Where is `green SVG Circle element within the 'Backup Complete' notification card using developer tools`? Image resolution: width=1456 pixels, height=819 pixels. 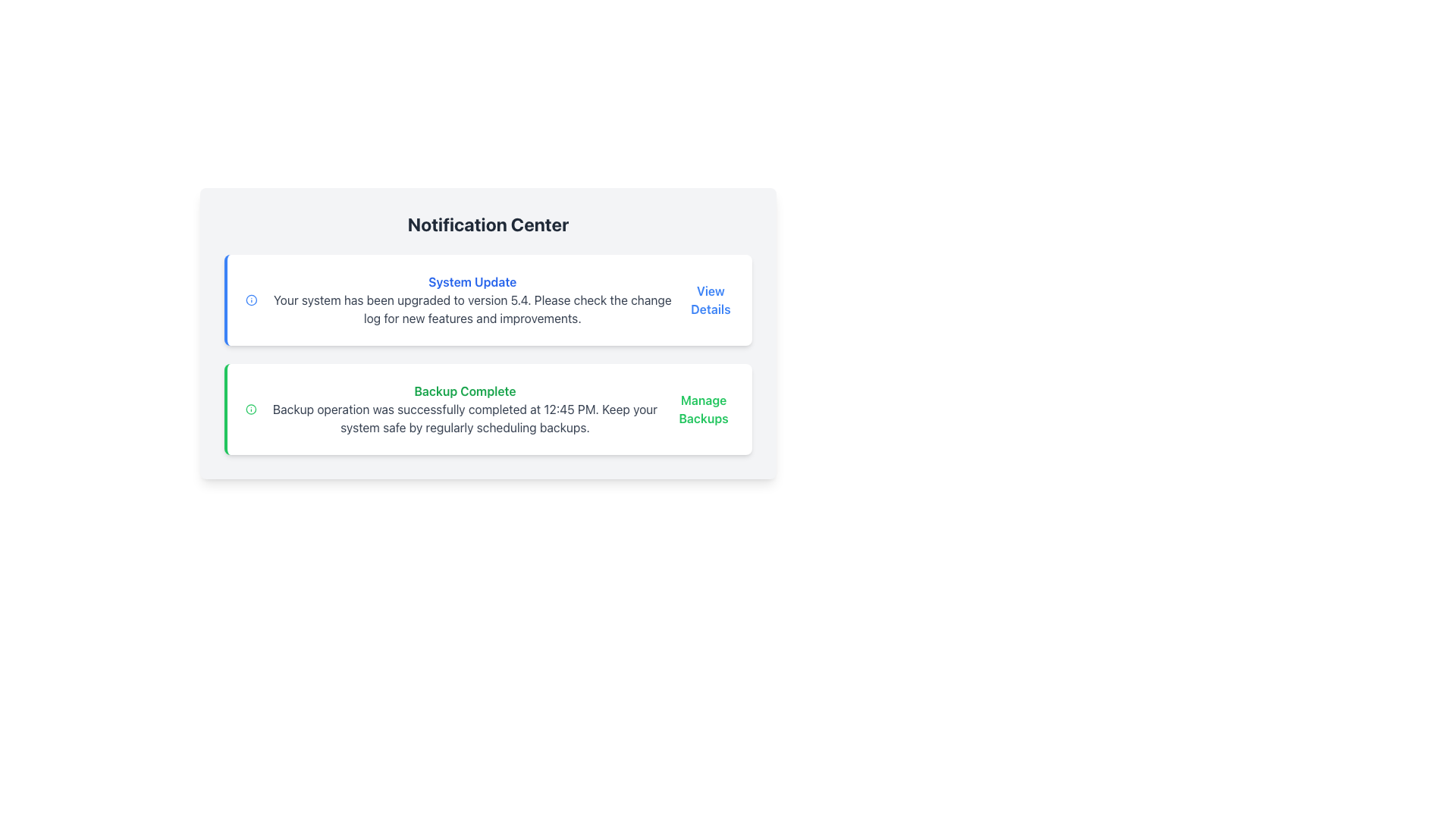 green SVG Circle element within the 'Backup Complete' notification card using developer tools is located at coordinates (251, 409).